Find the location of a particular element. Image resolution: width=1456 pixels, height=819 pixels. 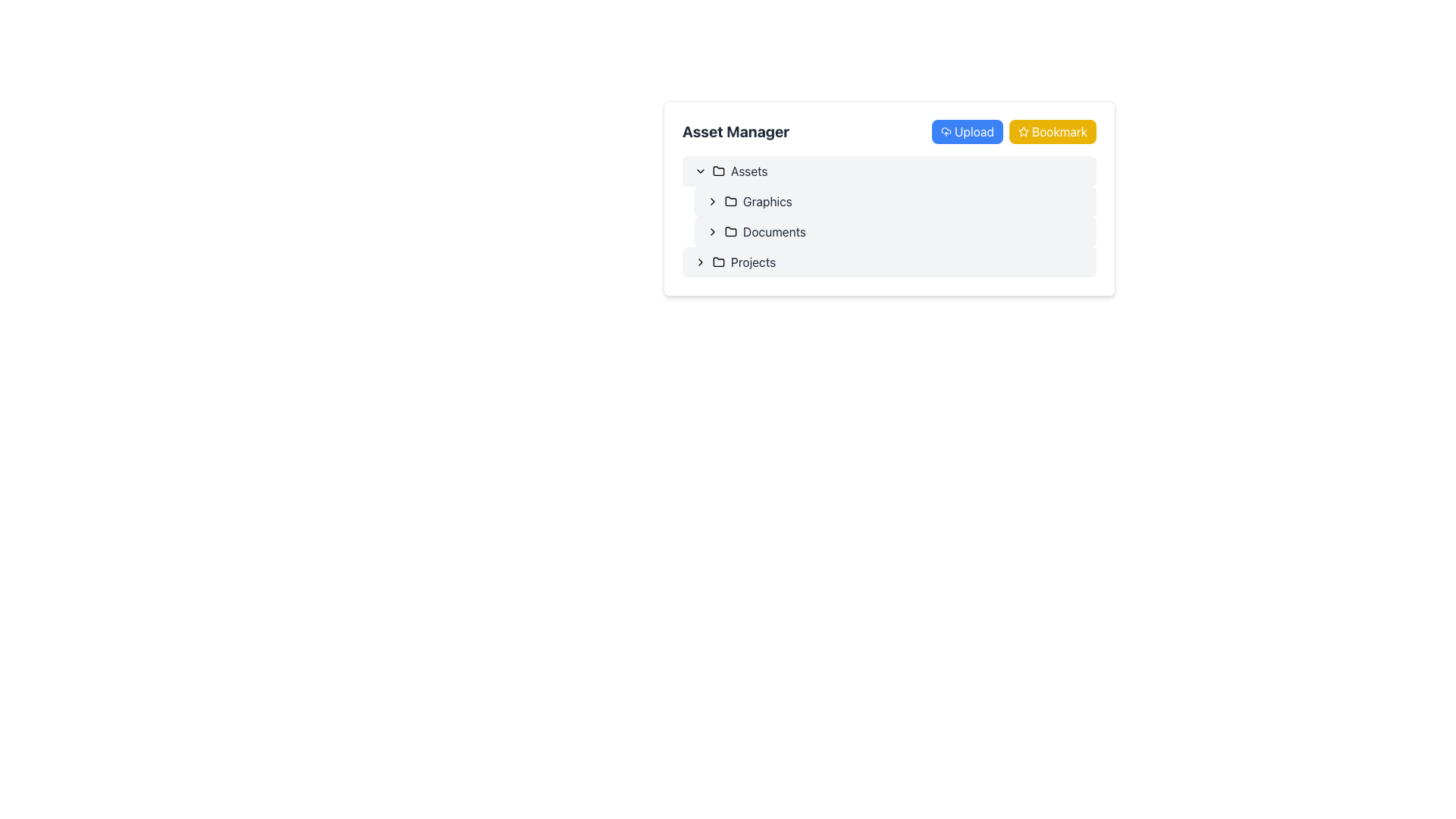

the star-shaped icon adjacent to the 'Bookmark' button on the top right of the interface is located at coordinates (1023, 130).